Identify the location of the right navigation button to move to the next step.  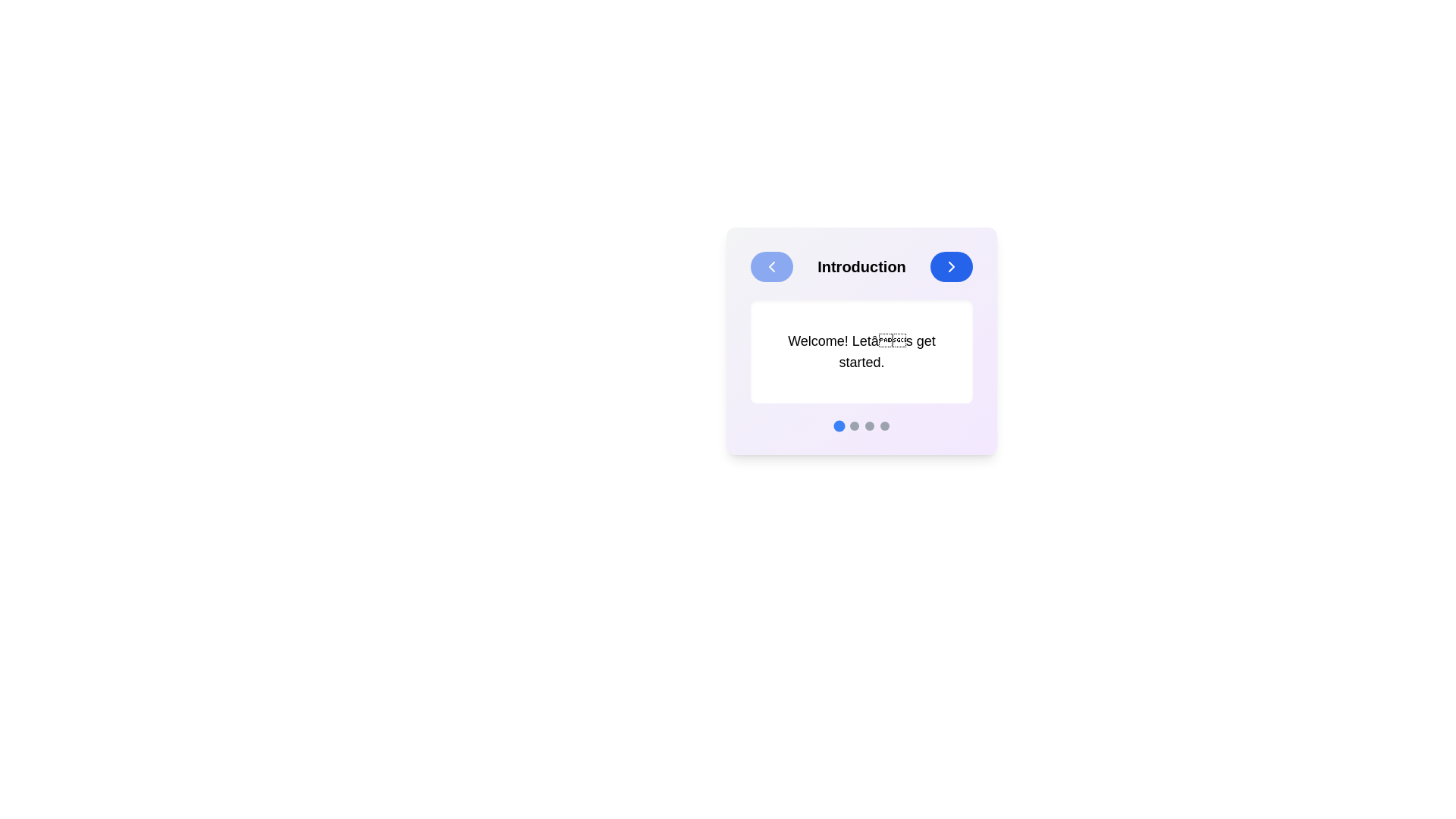
(950, 265).